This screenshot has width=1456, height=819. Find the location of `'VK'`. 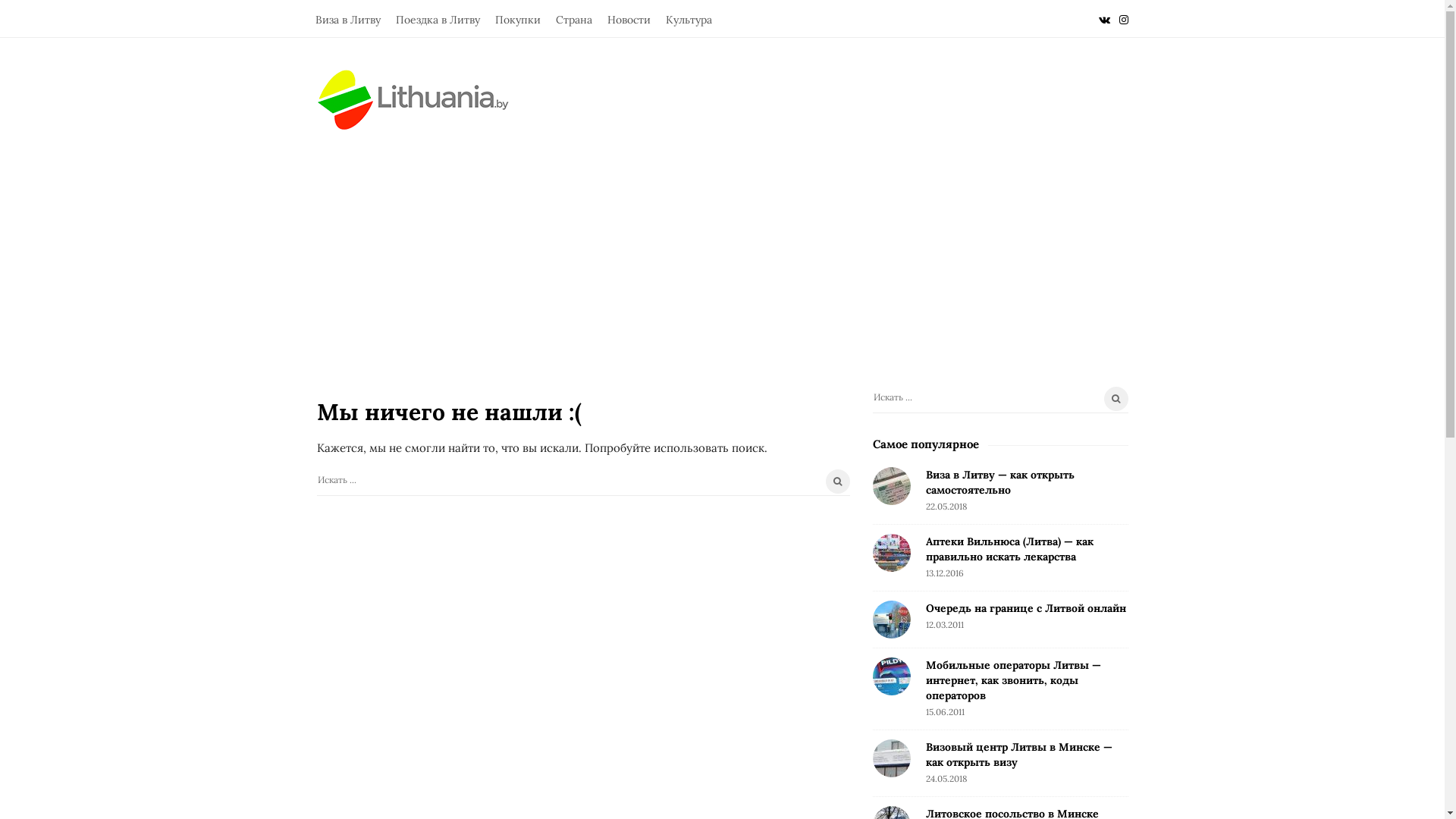

'VK' is located at coordinates (1103, 18).